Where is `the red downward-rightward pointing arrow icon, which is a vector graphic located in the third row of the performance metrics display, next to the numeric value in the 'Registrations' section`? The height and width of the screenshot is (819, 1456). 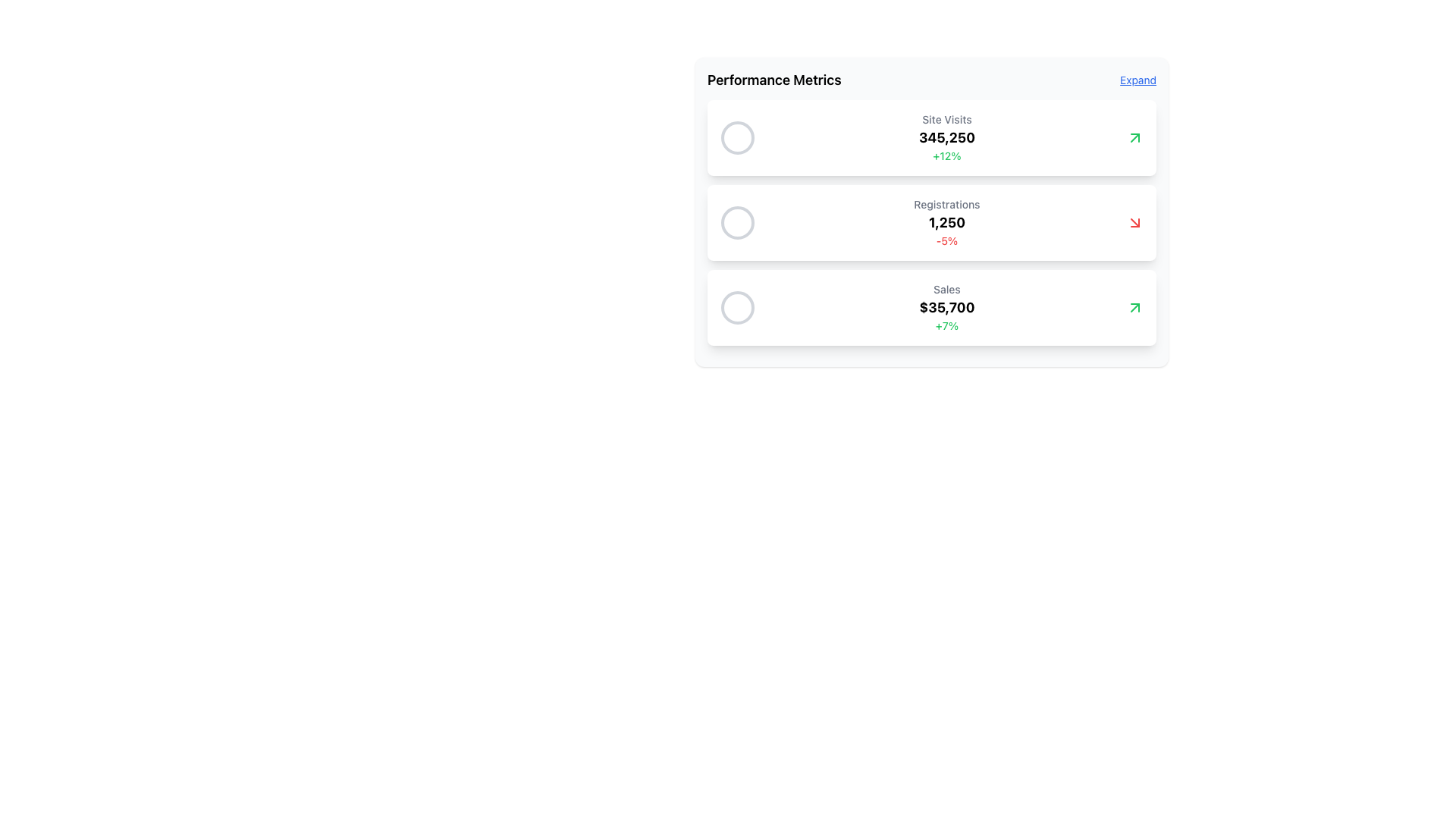
the red downward-rightward pointing arrow icon, which is a vector graphic located in the third row of the performance metrics display, next to the numeric value in the 'Registrations' section is located at coordinates (1135, 222).